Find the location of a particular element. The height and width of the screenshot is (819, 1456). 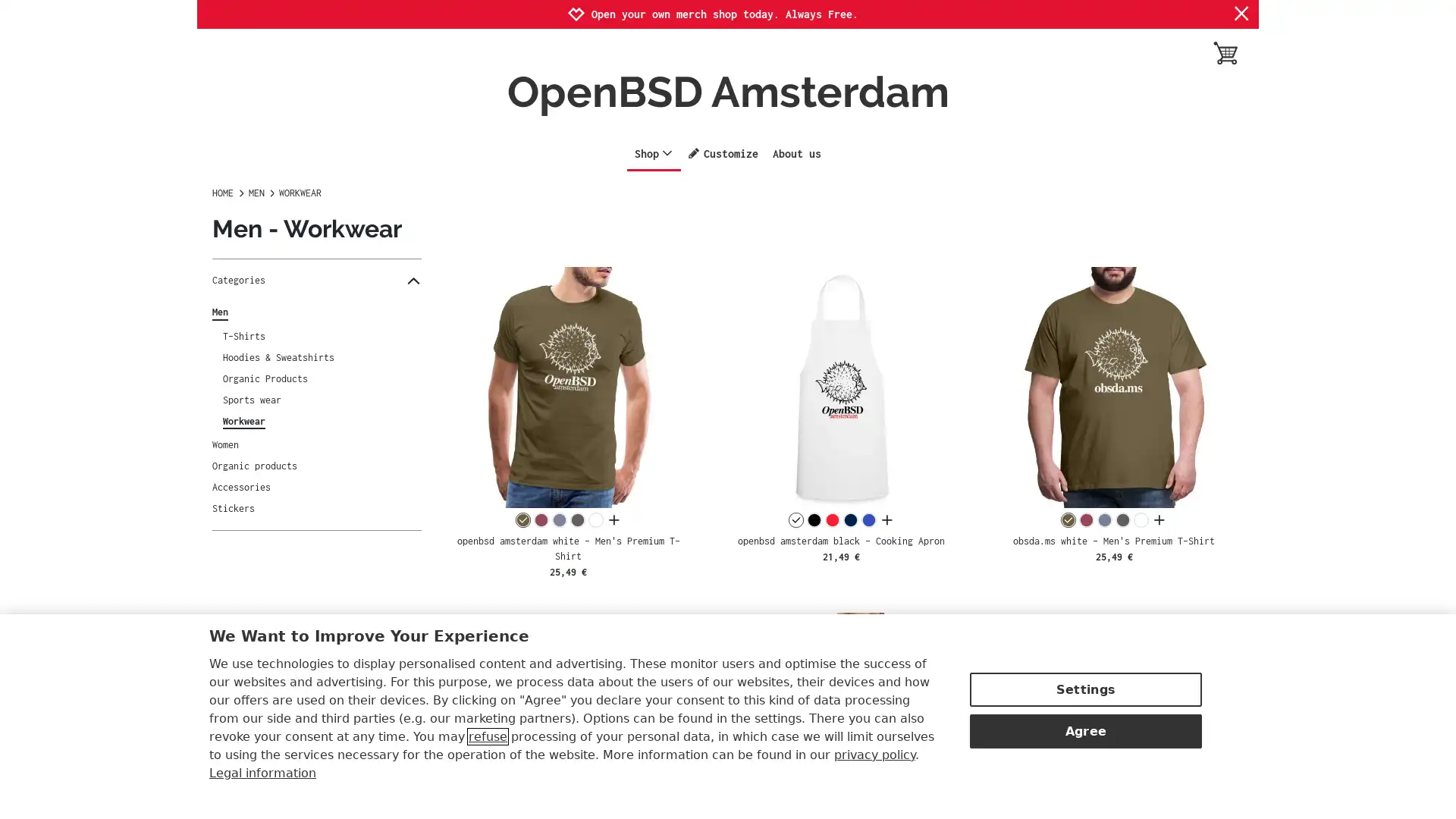

black is located at coordinates (813, 519).